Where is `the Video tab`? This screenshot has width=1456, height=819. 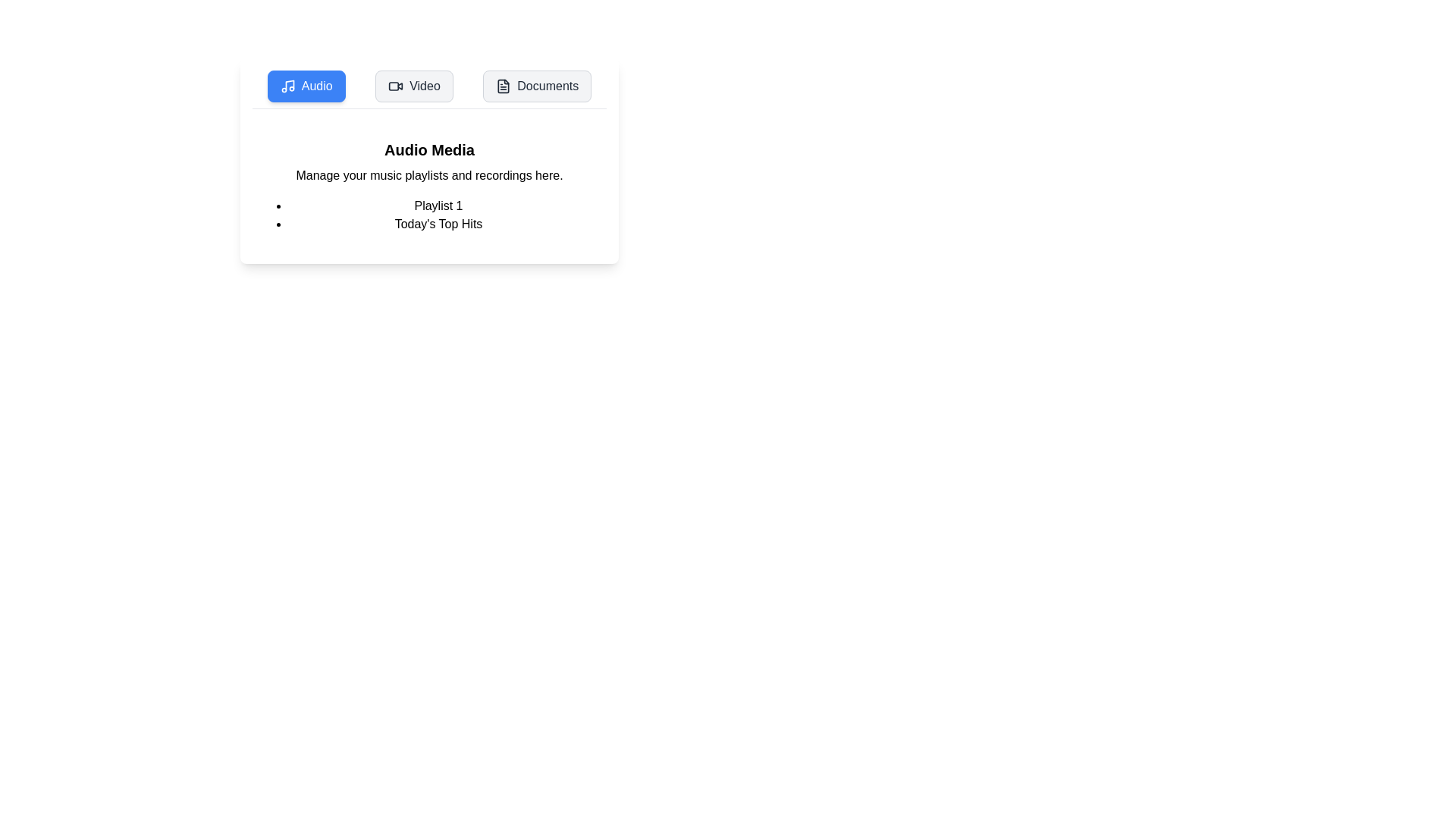 the Video tab is located at coordinates (414, 86).